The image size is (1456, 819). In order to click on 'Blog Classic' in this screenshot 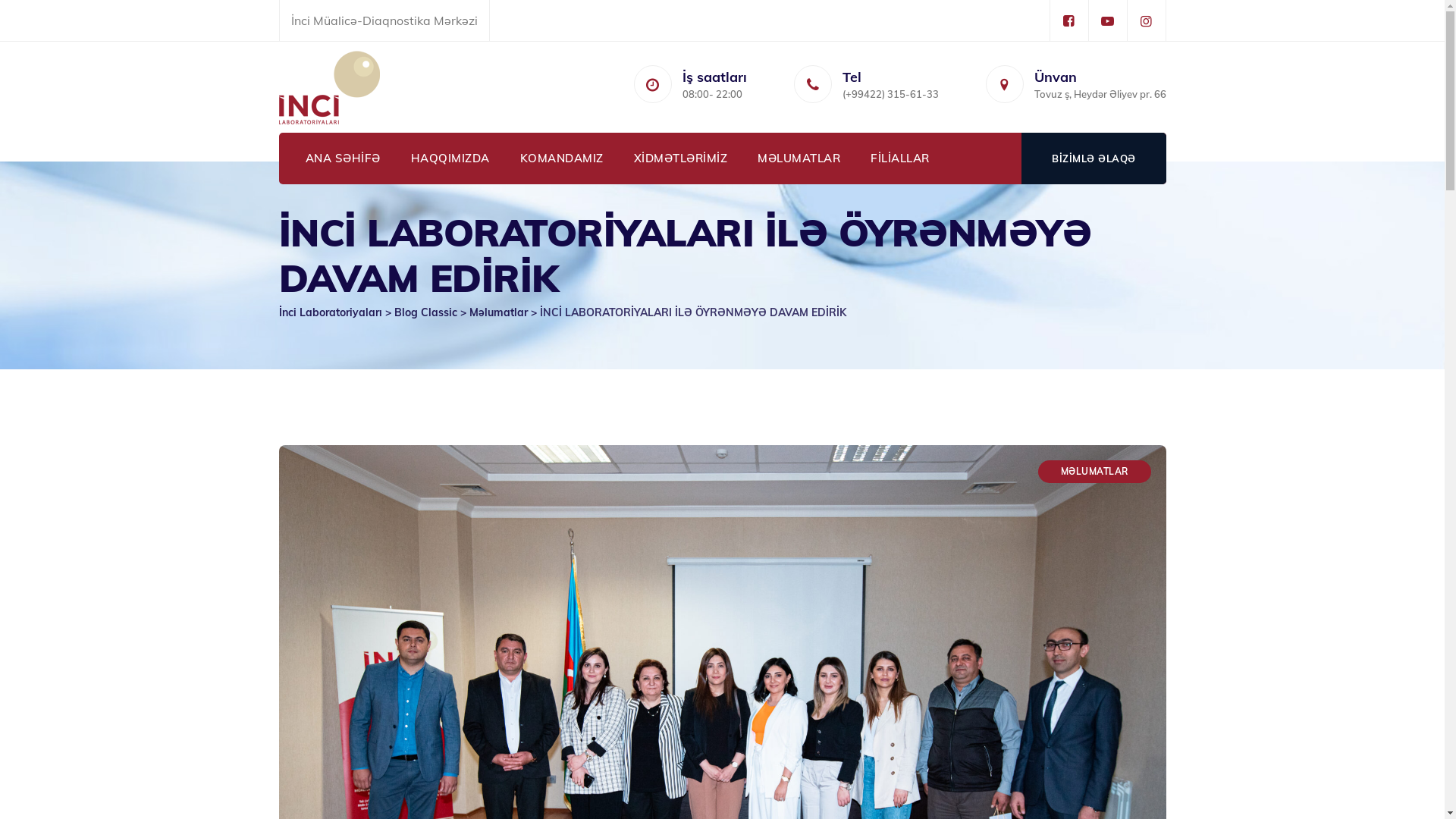, I will do `click(425, 312)`.